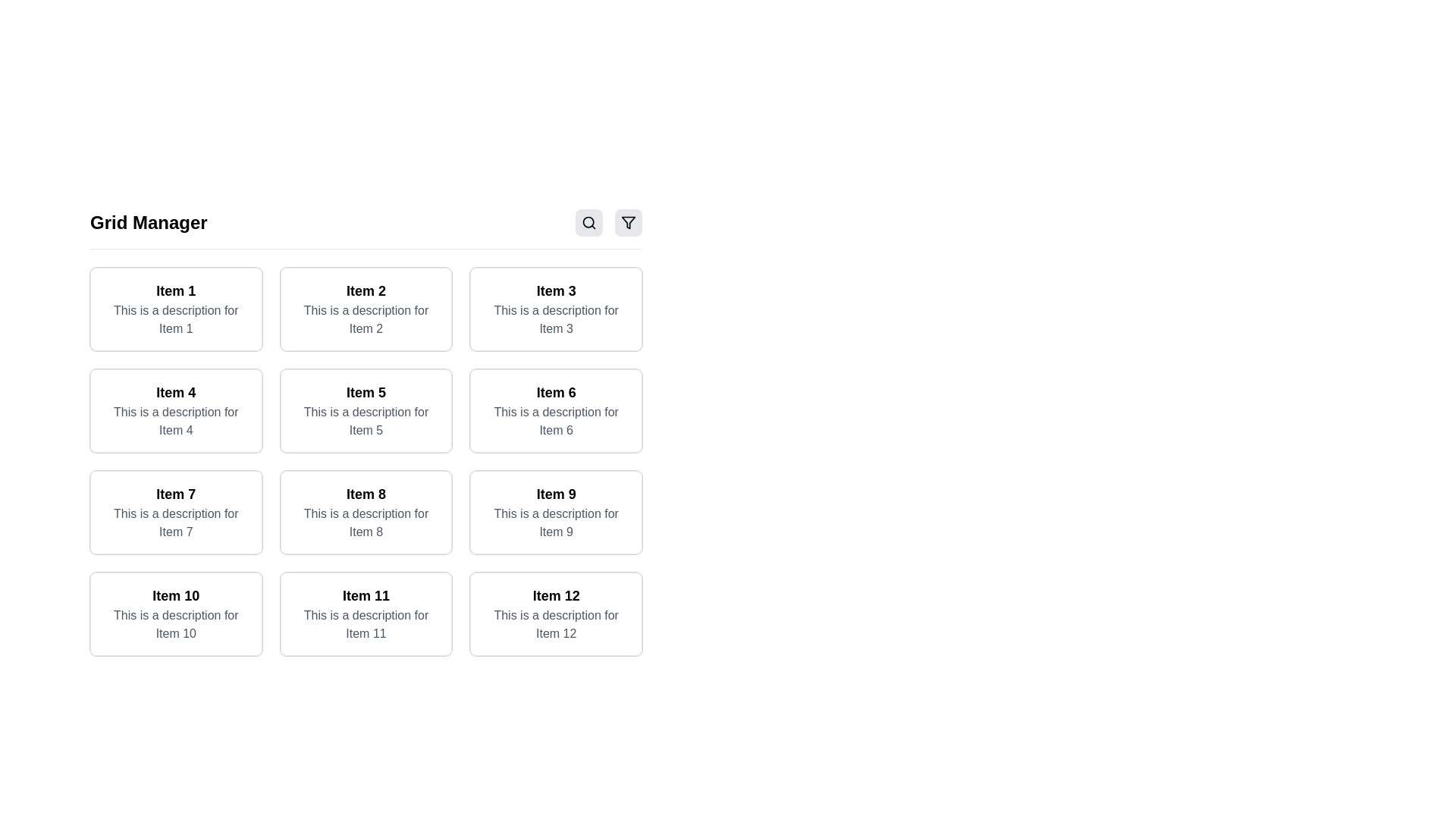 The width and height of the screenshot is (1456, 819). What do you see at coordinates (629, 222) in the screenshot?
I see `the filter button, which is a small square button with a gray background and a funnel icon, located second from the right in a horizontal array of buttons at the top-right corner of the interface` at bounding box center [629, 222].